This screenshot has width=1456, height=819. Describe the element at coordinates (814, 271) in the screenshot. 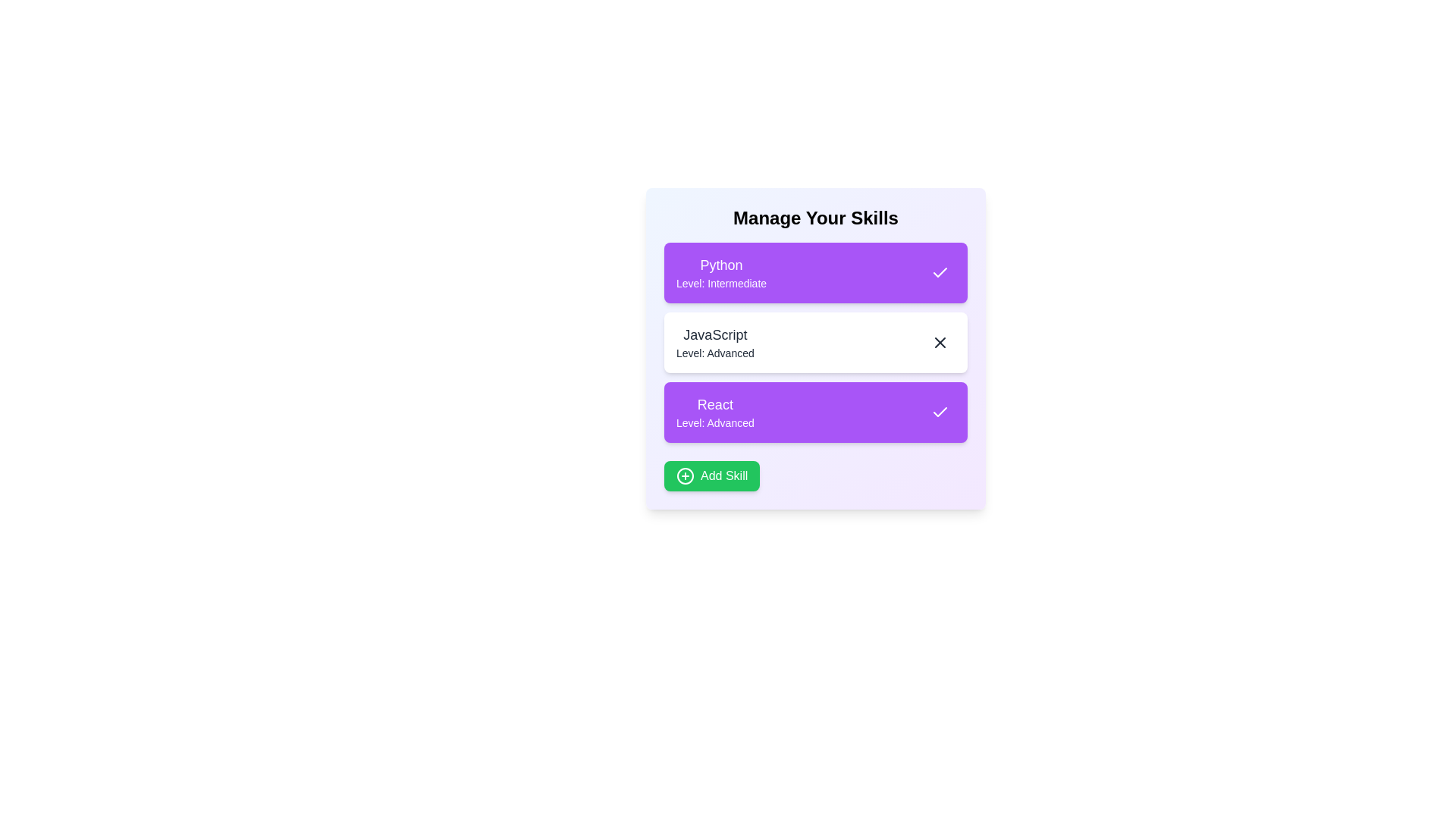

I see `the skill item Python to observe its hover effect` at that location.